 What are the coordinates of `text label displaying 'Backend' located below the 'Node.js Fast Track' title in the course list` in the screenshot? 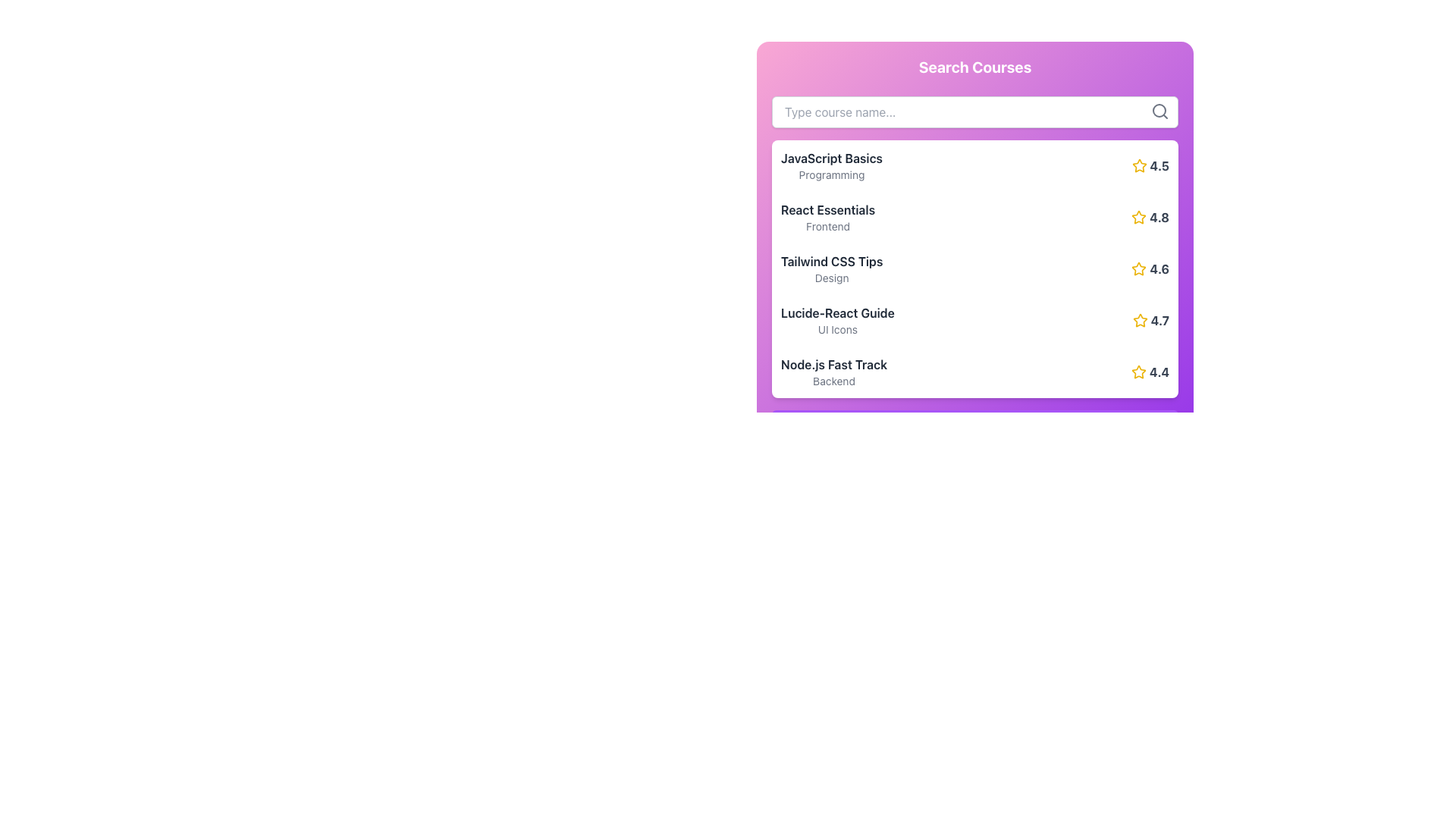 It's located at (833, 380).